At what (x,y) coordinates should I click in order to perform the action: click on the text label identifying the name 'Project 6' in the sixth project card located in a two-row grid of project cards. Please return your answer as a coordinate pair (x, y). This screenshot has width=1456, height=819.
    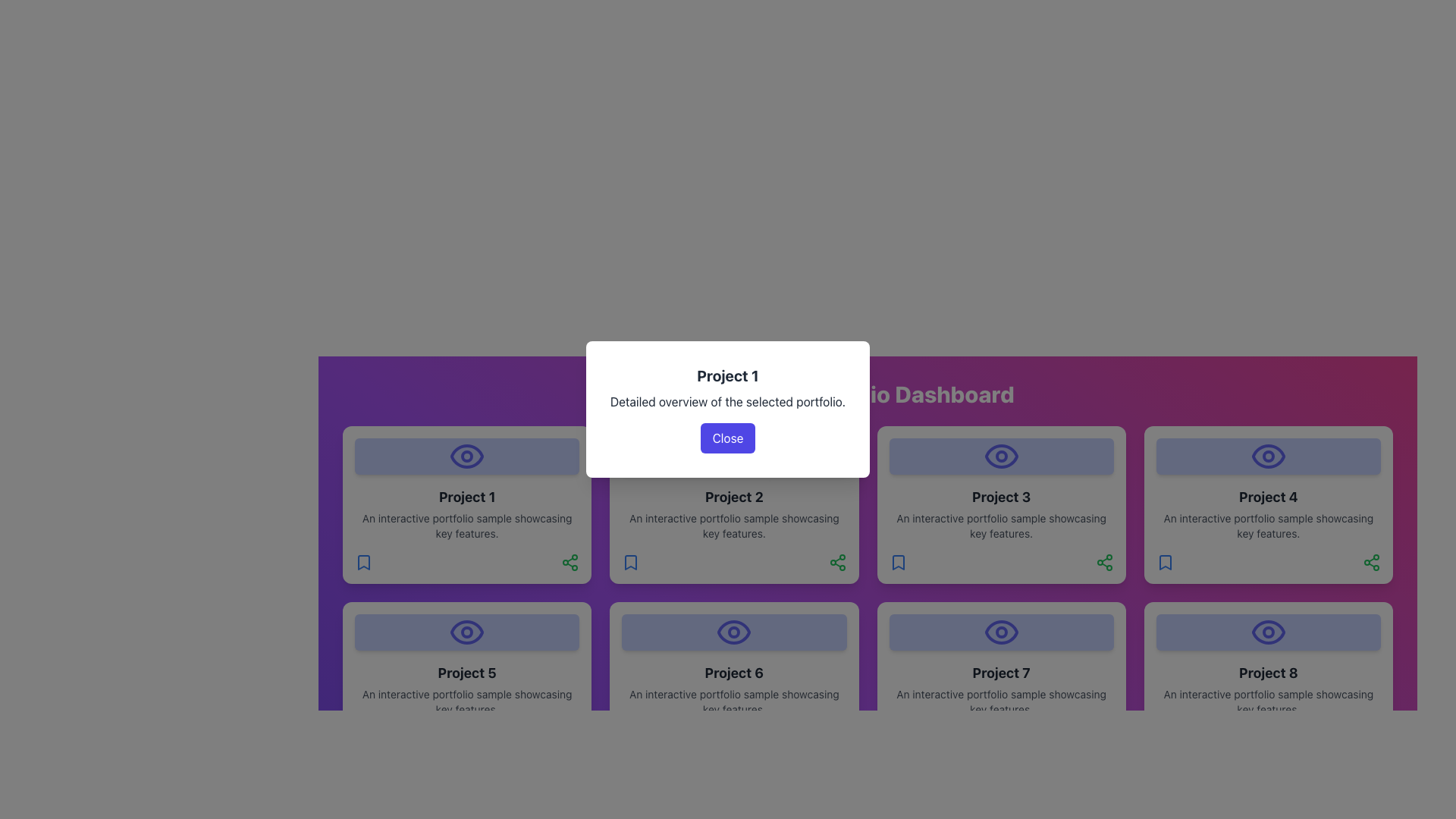
    Looking at the image, I should click on (734, 672).